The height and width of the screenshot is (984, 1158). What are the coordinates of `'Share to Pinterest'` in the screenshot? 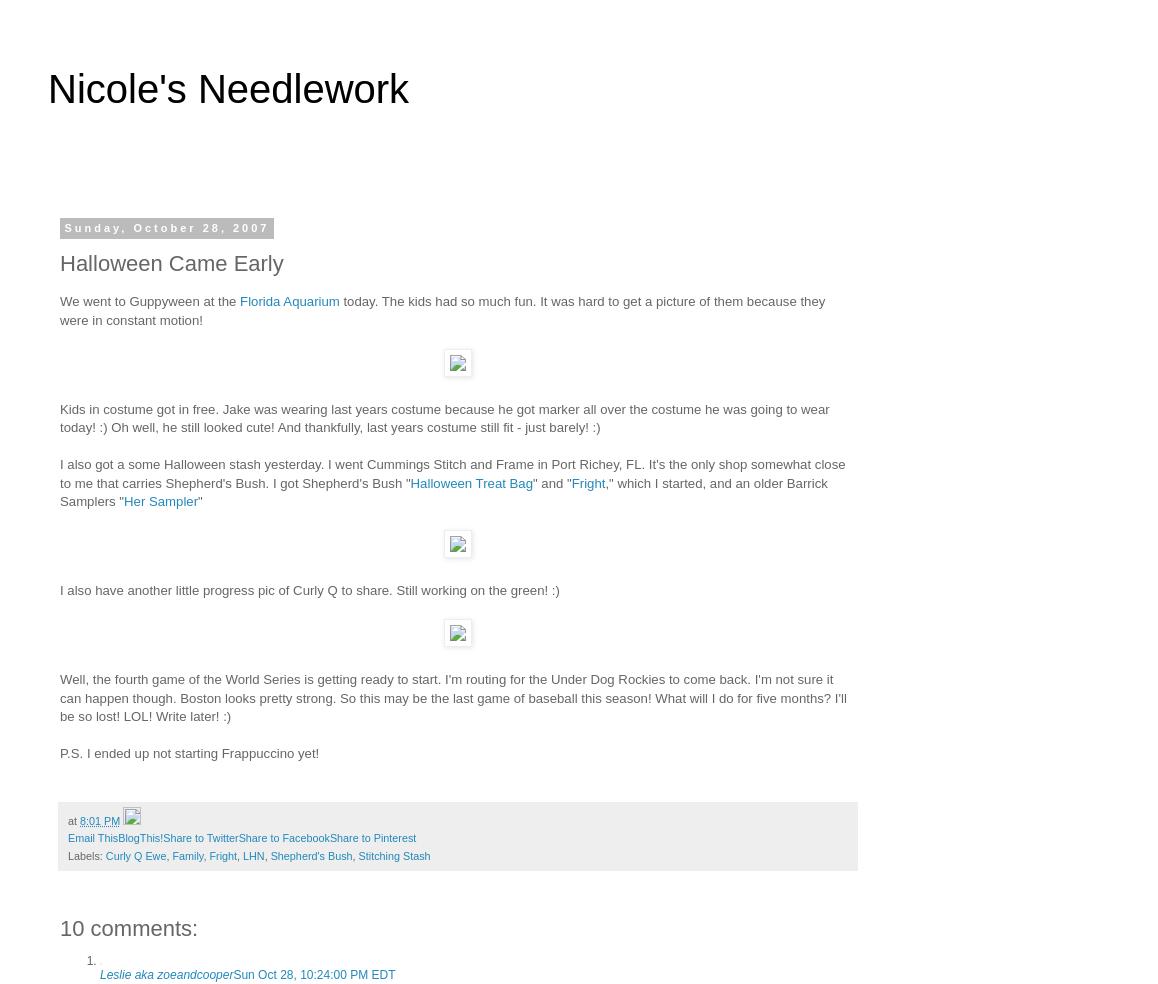 It's located at (371, 836).